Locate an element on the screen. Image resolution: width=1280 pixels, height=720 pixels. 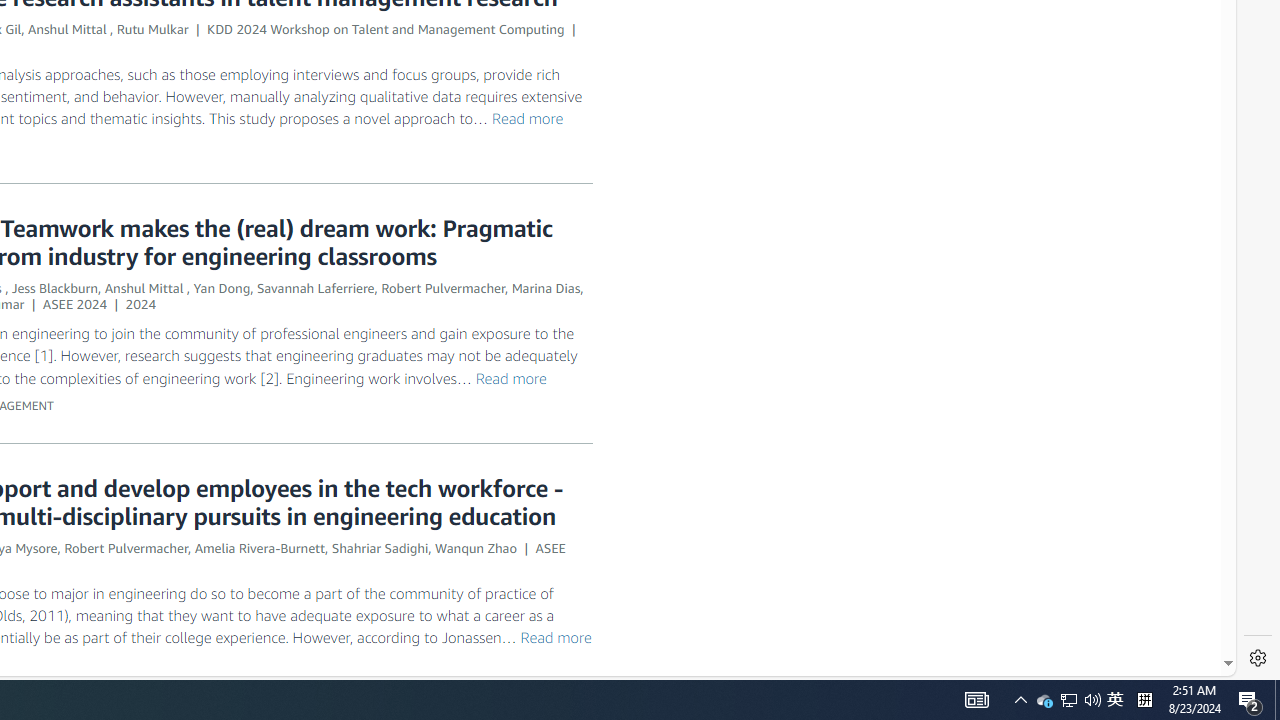
'Shahriar Sadighi' is located at coordinates (380, 547).